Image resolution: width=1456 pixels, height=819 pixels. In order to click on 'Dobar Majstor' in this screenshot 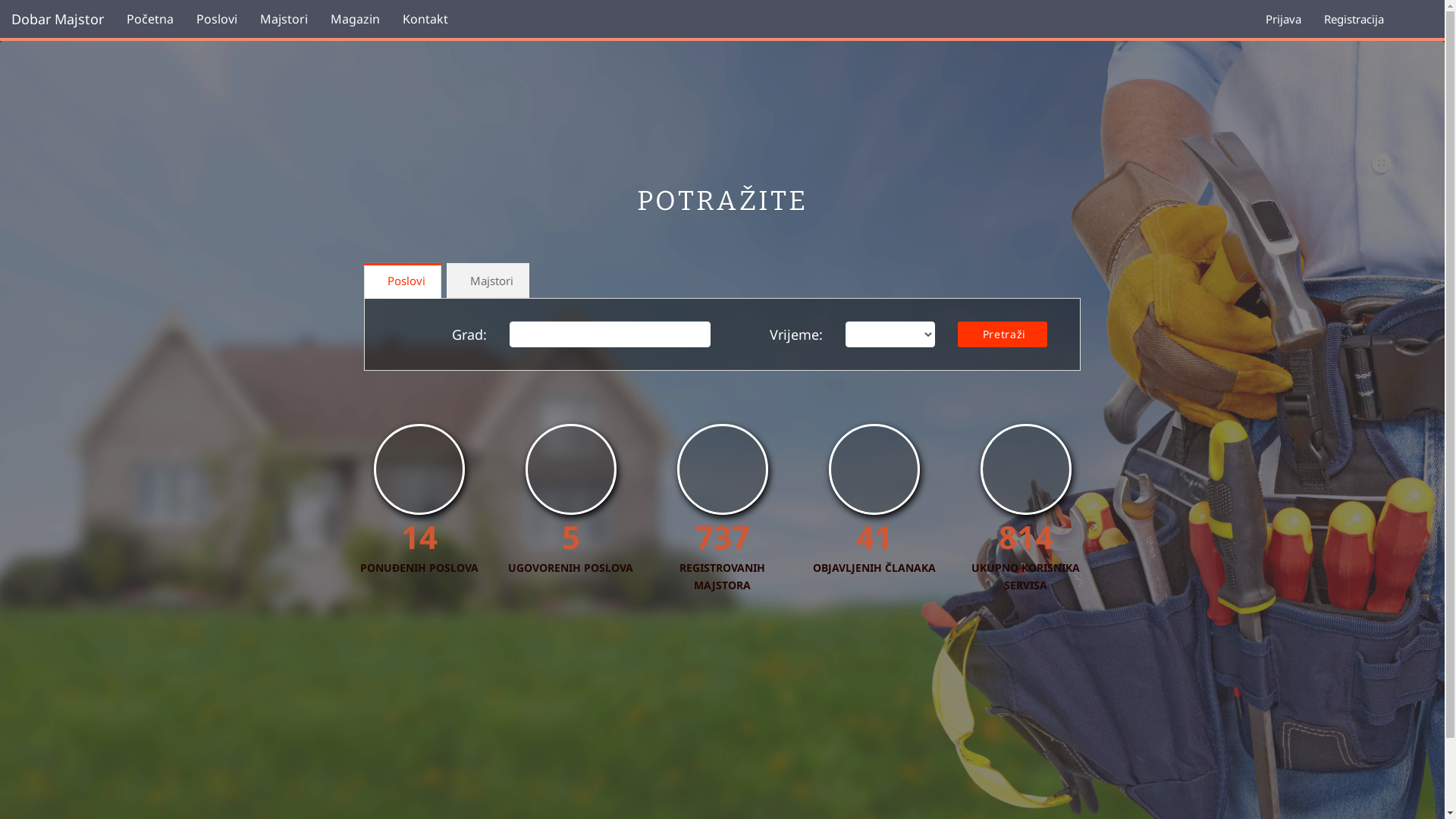, I will do `click(58, 18)`.